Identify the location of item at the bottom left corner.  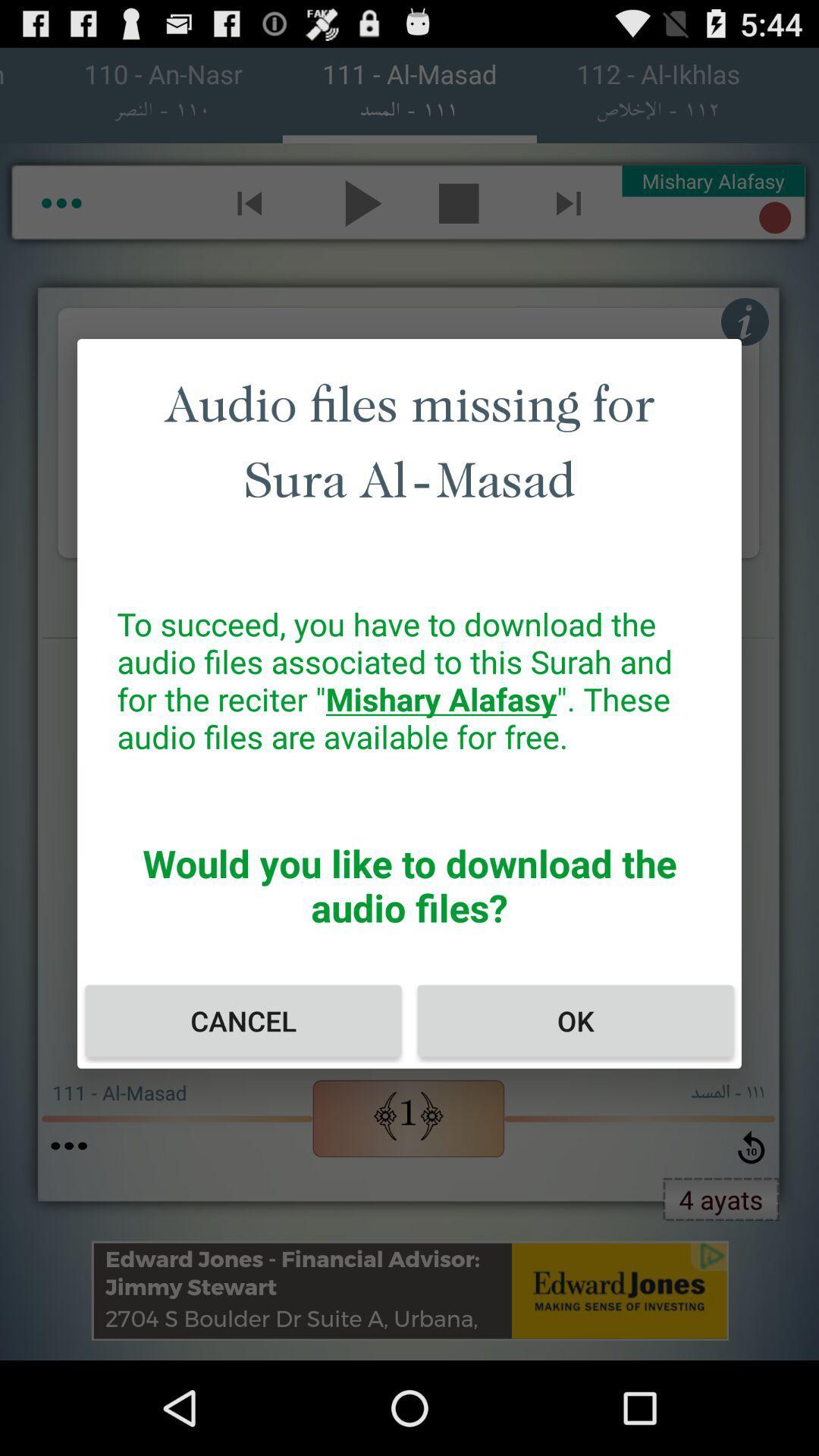
(242, 1021).